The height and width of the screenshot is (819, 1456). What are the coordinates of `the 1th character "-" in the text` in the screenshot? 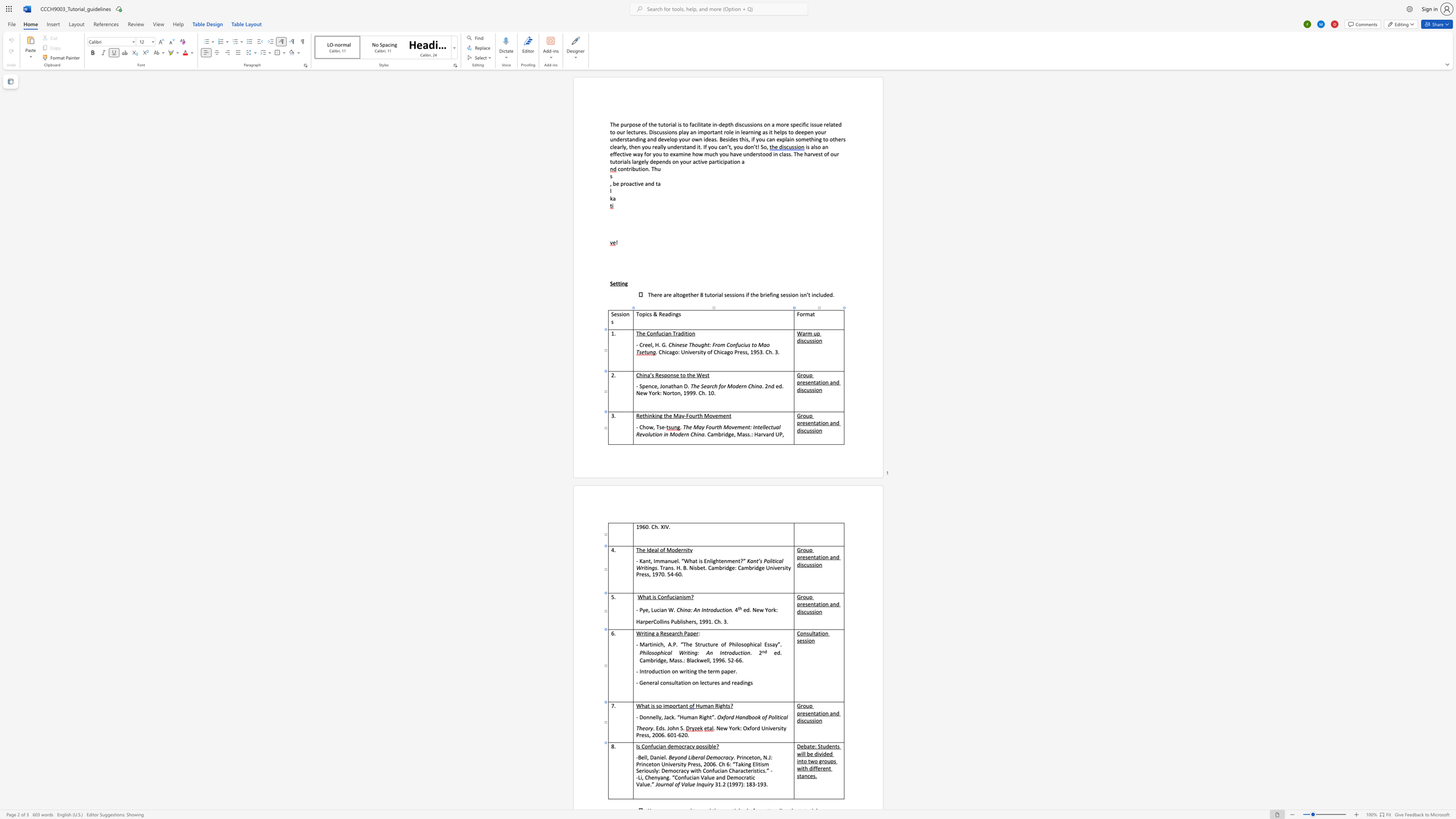 It's located at (637, 717).